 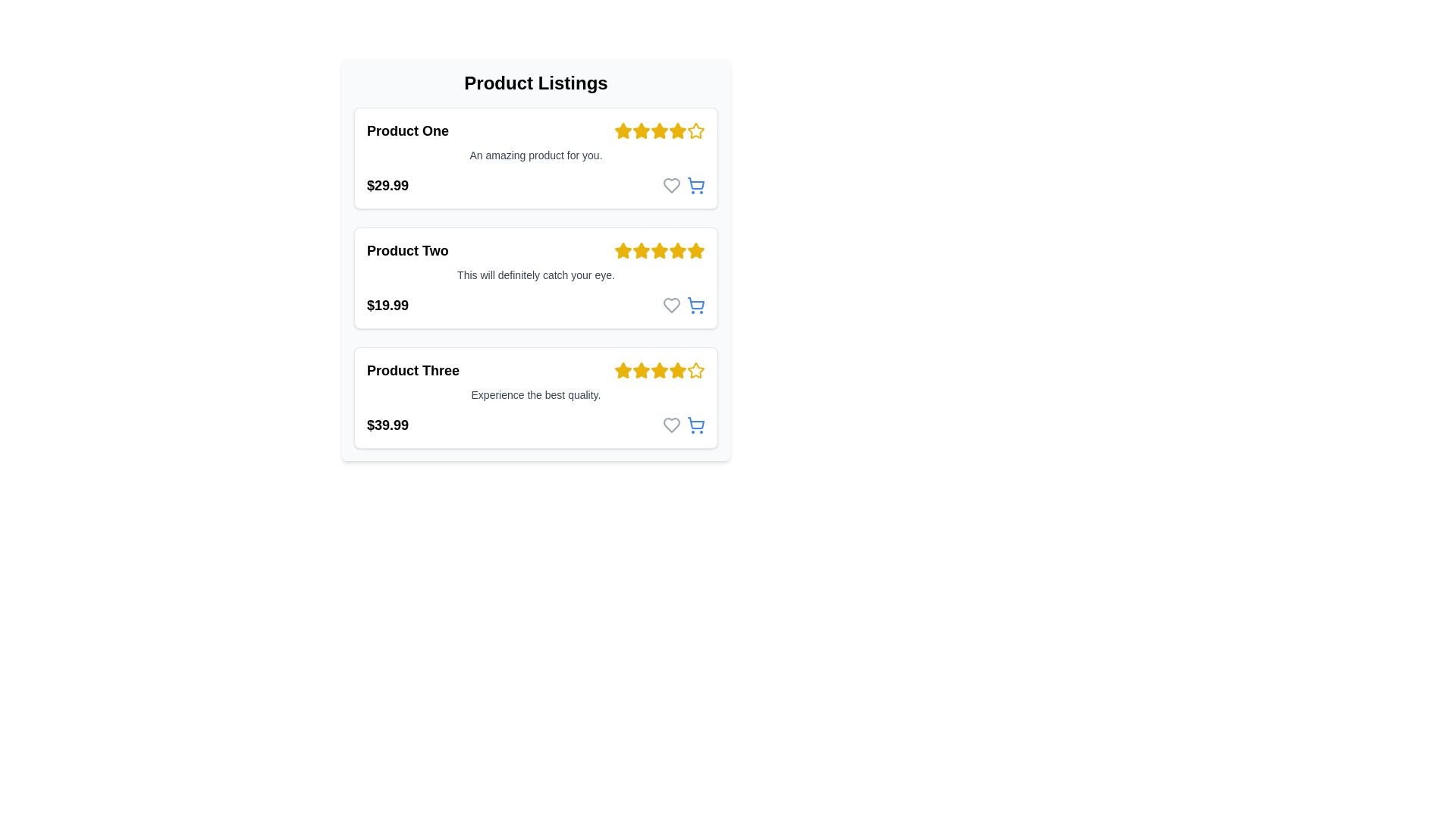 What do you see at coordinates (695, 130) in the screenshot?
I see `the fifth star icon in the rating system` at bounding box center [695, 130].